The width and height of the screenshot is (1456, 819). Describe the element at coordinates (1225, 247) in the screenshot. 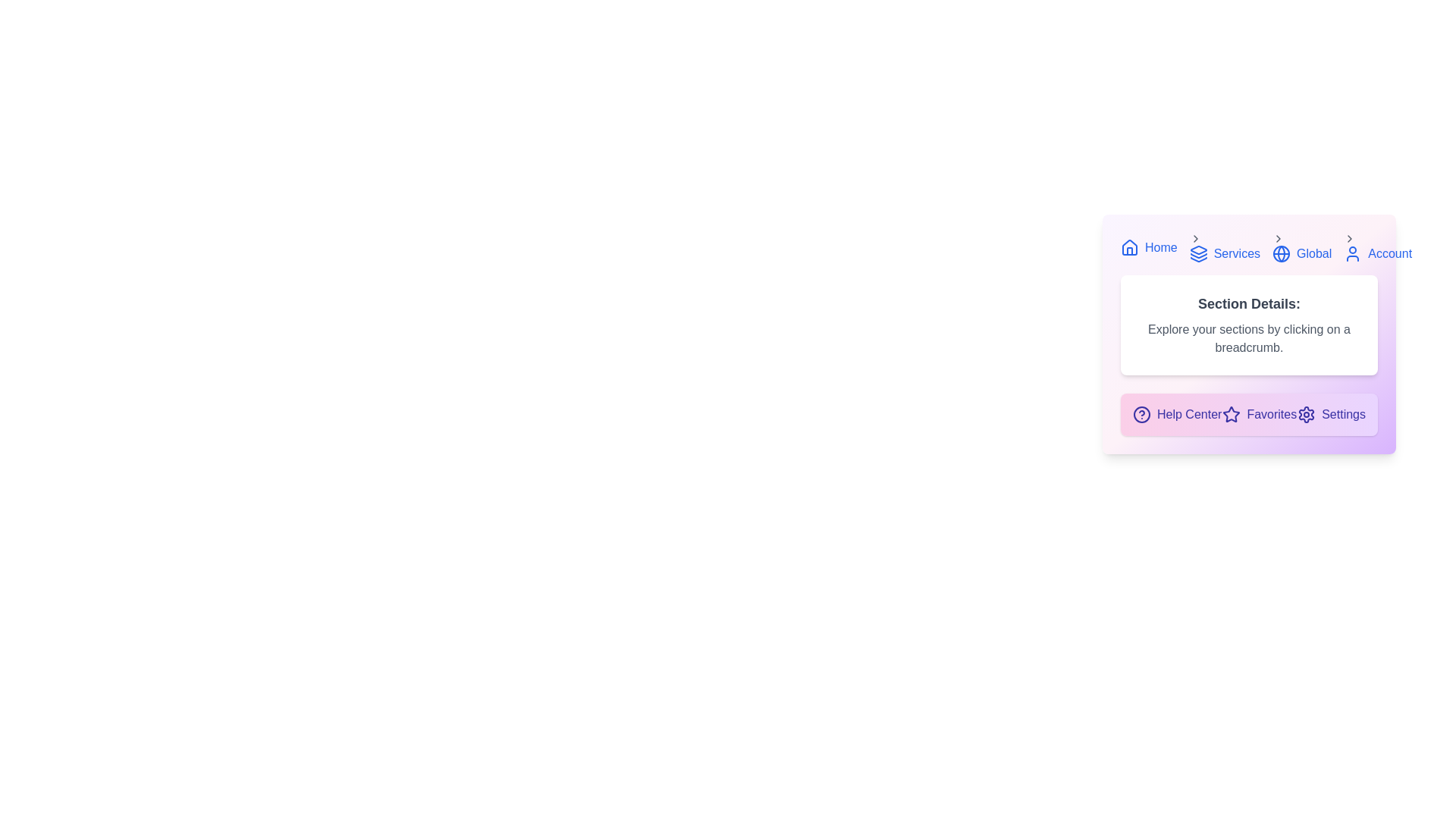

I see `the 'Services' navigational link, which consists of a blue stack icon and blue, underlined, bold text` at that location.